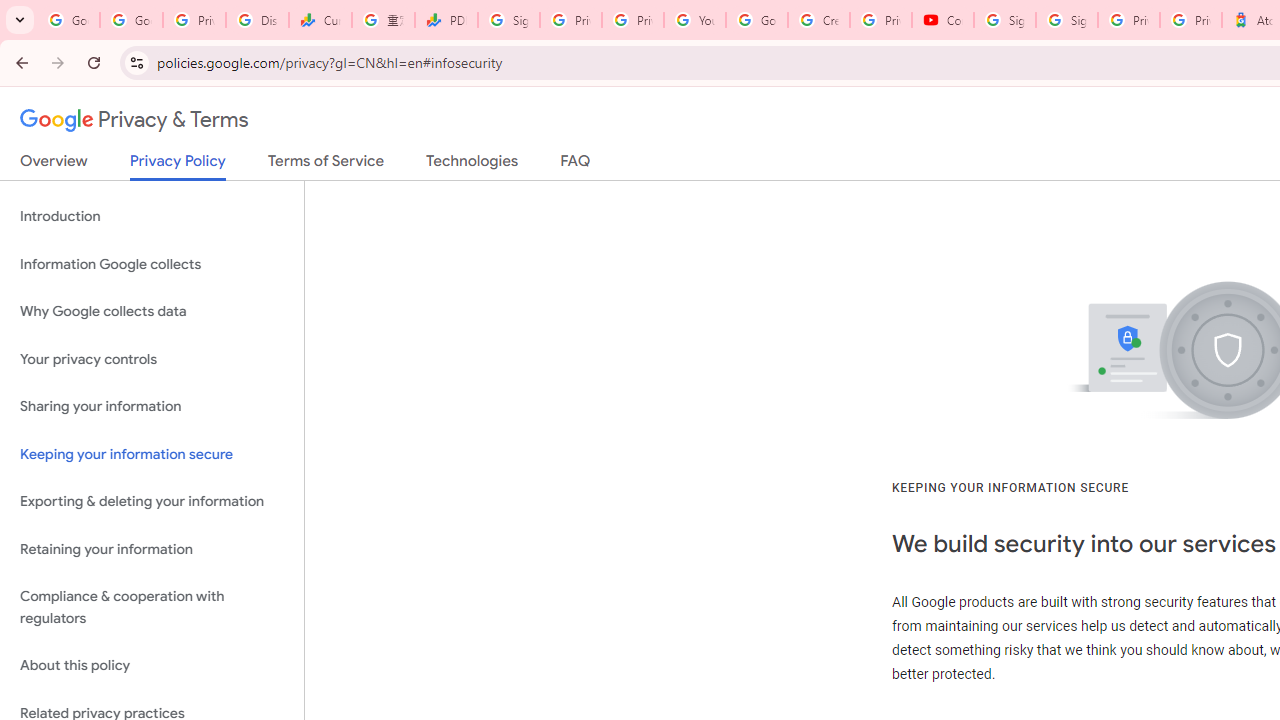  I want to click on 'Google Account Help', so click(756, 20).